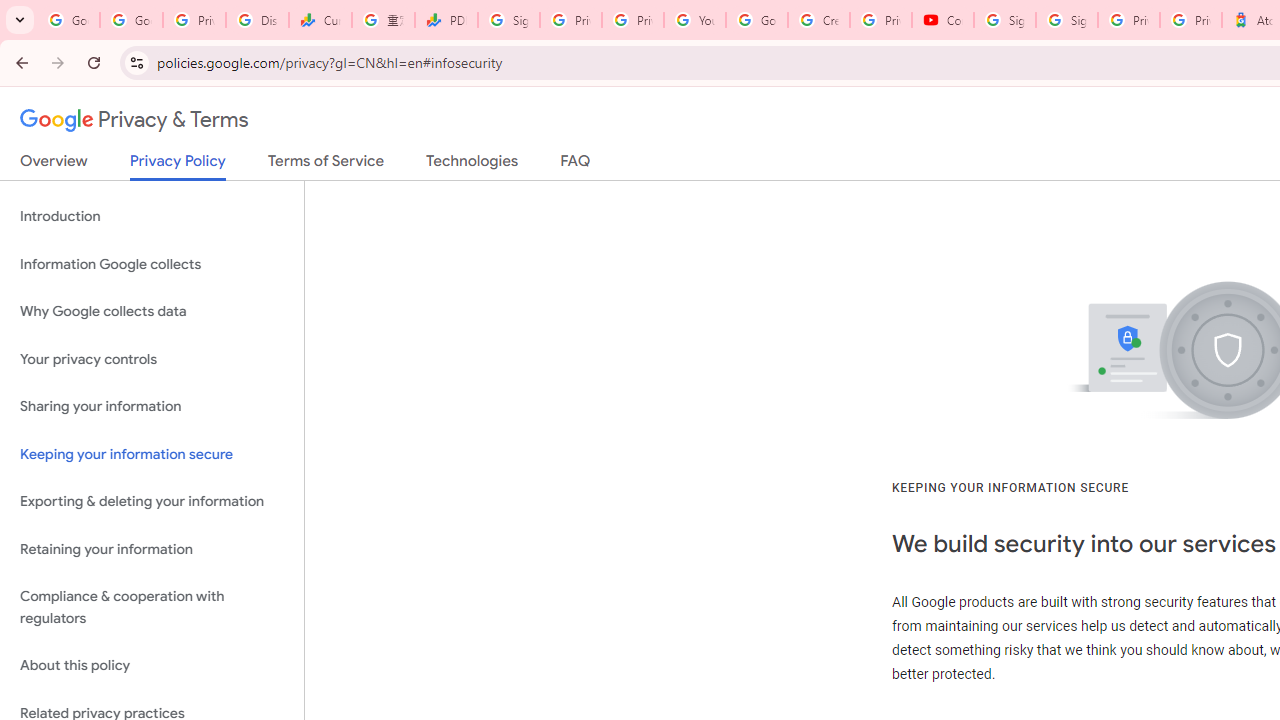  I want to click on 'Google Account Help', so click(756, 20).